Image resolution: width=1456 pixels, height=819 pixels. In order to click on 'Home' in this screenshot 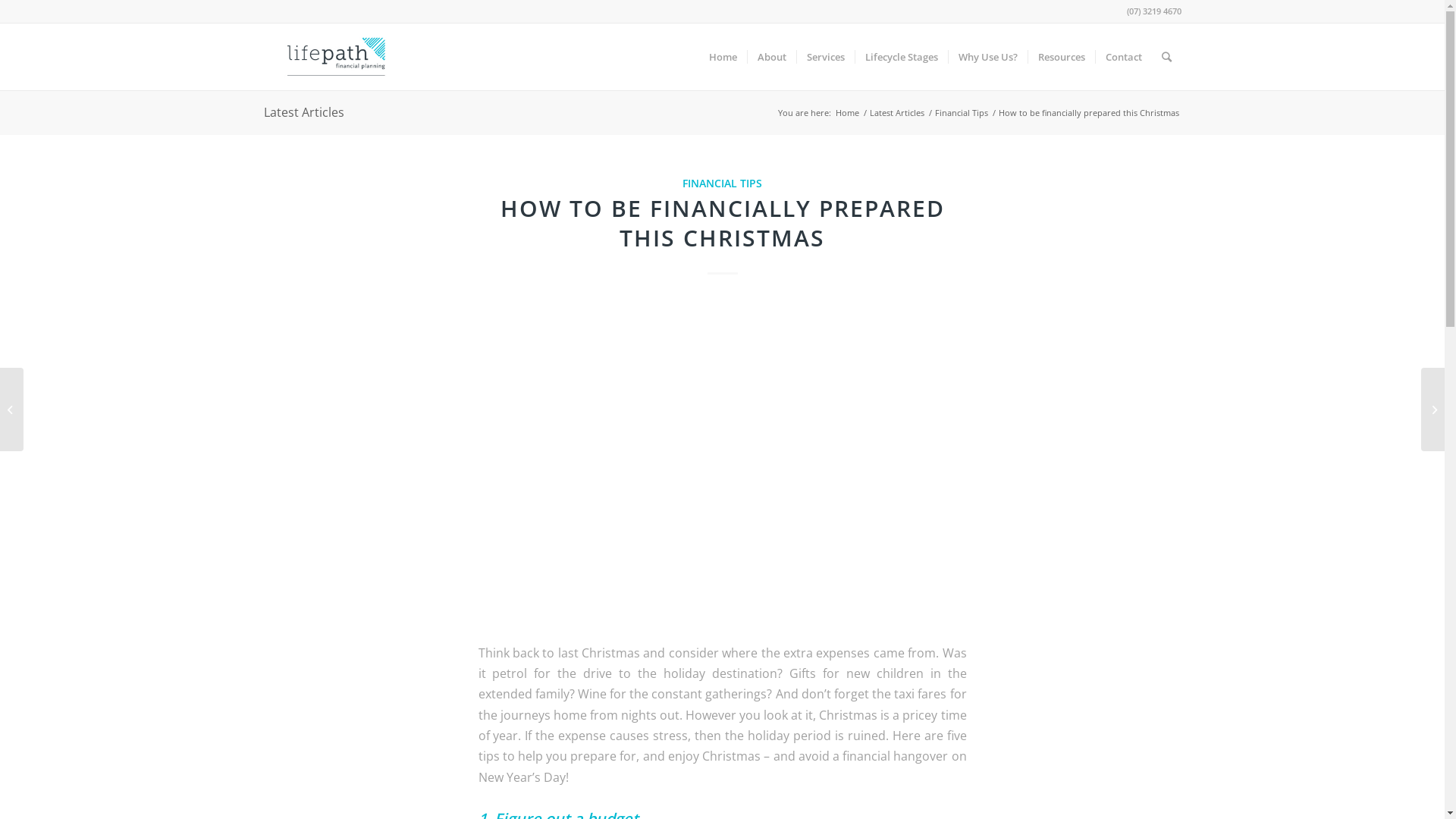, I will do `click(722, 55)`.